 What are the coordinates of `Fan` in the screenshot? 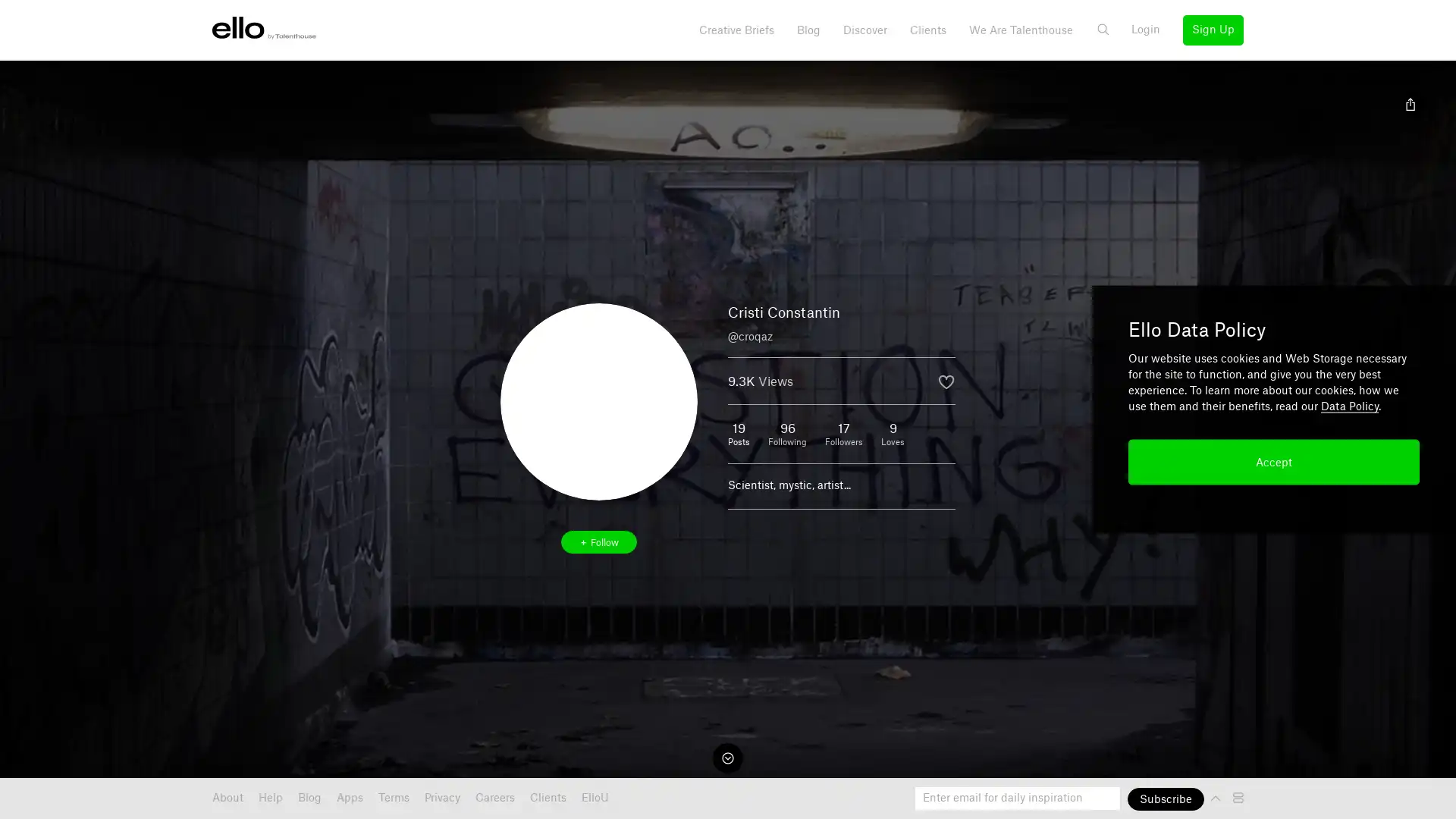 It's located at (946, 381).